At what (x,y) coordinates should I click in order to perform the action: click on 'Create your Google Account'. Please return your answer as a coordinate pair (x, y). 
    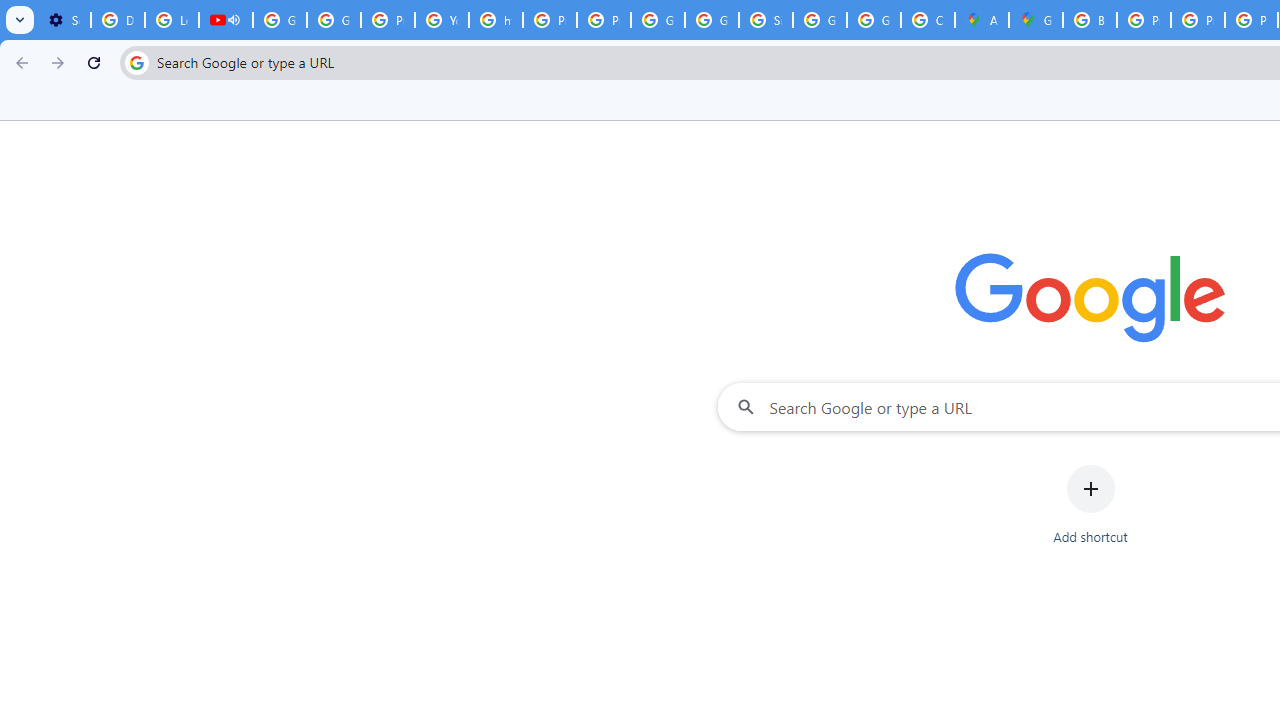
    Looking at the image, I should click on (927, 20).